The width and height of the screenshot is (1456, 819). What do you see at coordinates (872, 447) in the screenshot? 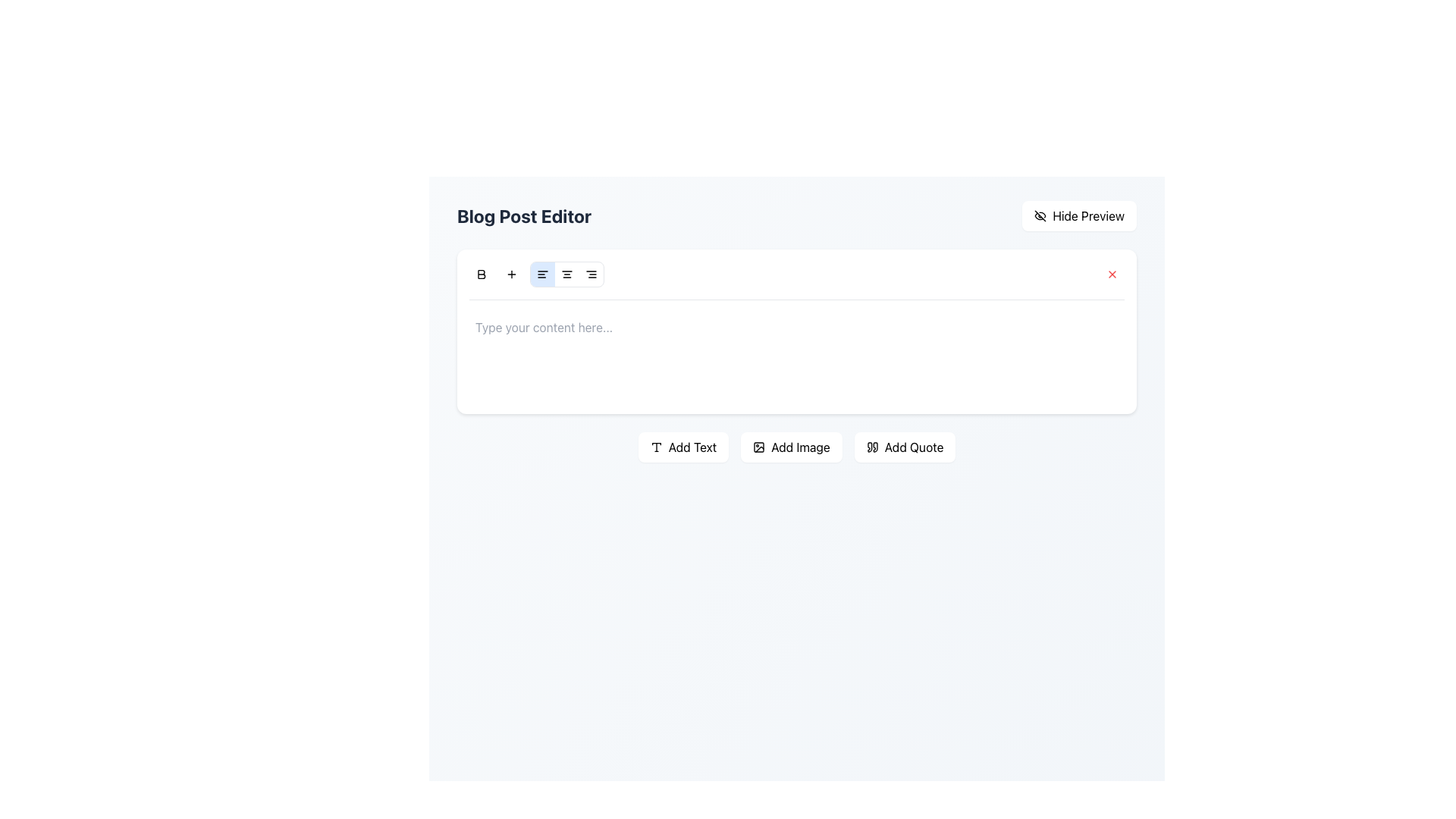
I see `the 'Add Quote' button located in the bottom-right corner of the application, which contains a small icon resembling quotation marks on its left side` at bounding box center [872, 447].